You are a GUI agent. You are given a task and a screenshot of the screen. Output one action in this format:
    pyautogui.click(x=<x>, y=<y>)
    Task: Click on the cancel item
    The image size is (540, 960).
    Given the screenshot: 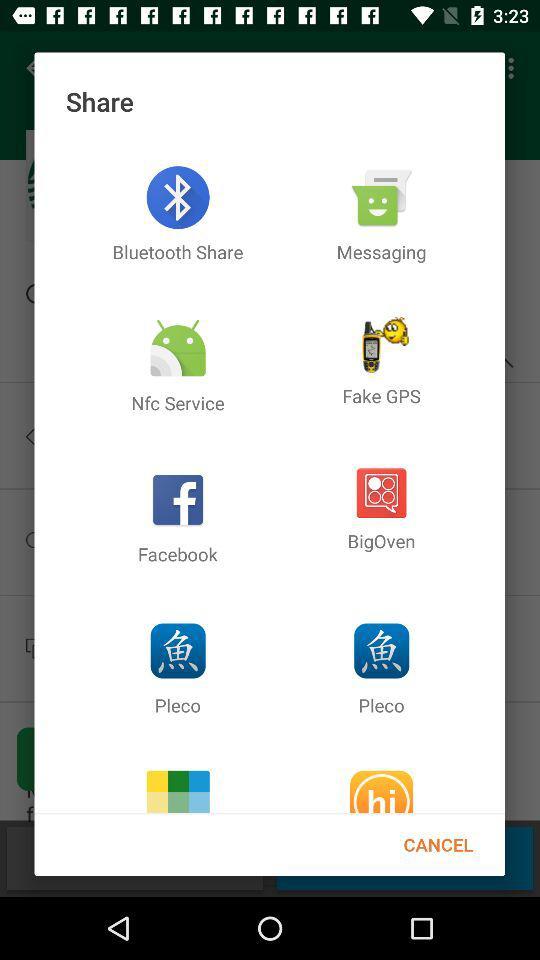 What is the action you would take?
    pyautogui.click(x=437, y=843)
    